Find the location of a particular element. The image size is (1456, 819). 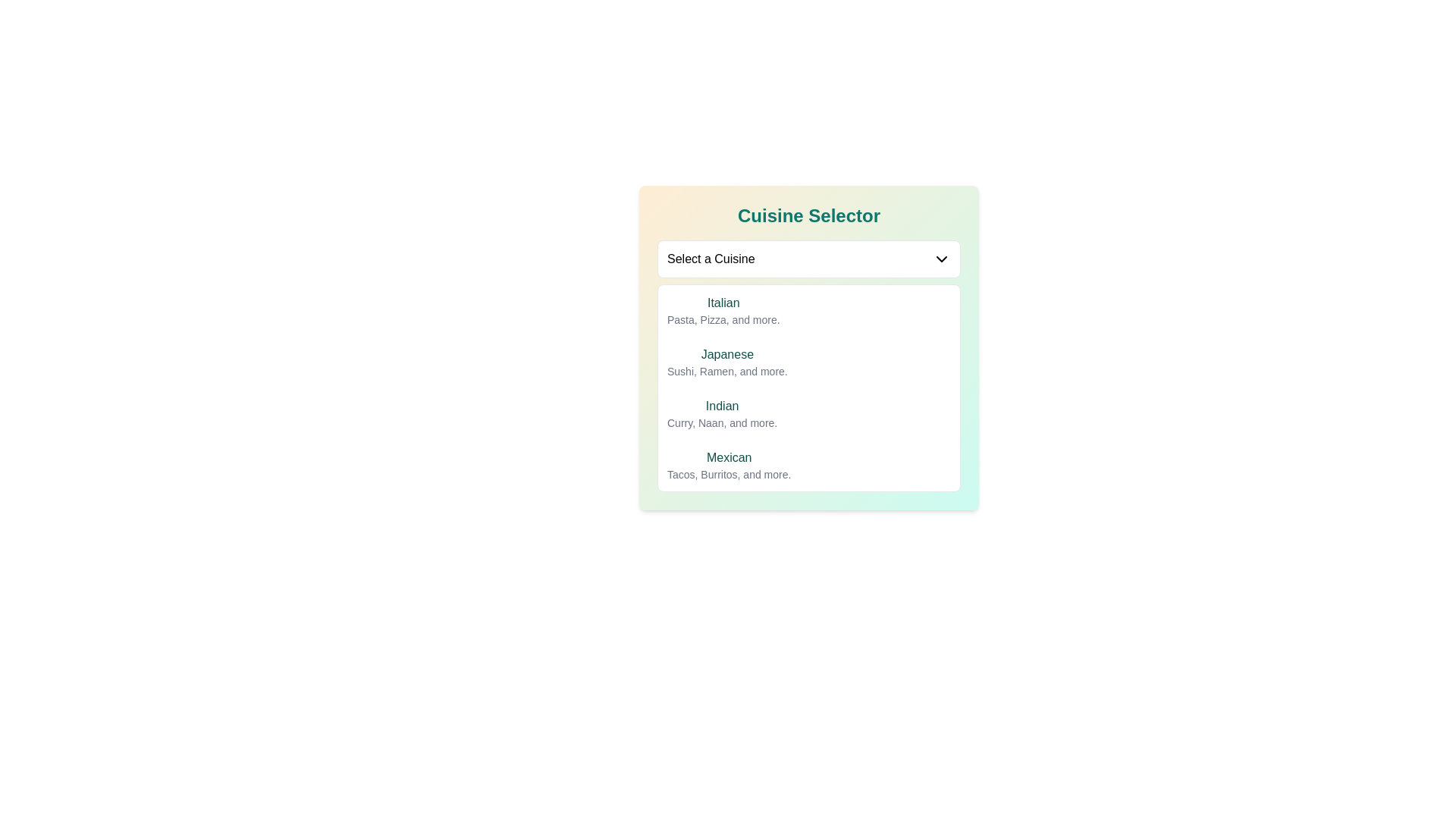

the fourth item in the 'Cuisine Selector' list representing the 'Mexican' cuisine category is located at coordinates (808, 464).